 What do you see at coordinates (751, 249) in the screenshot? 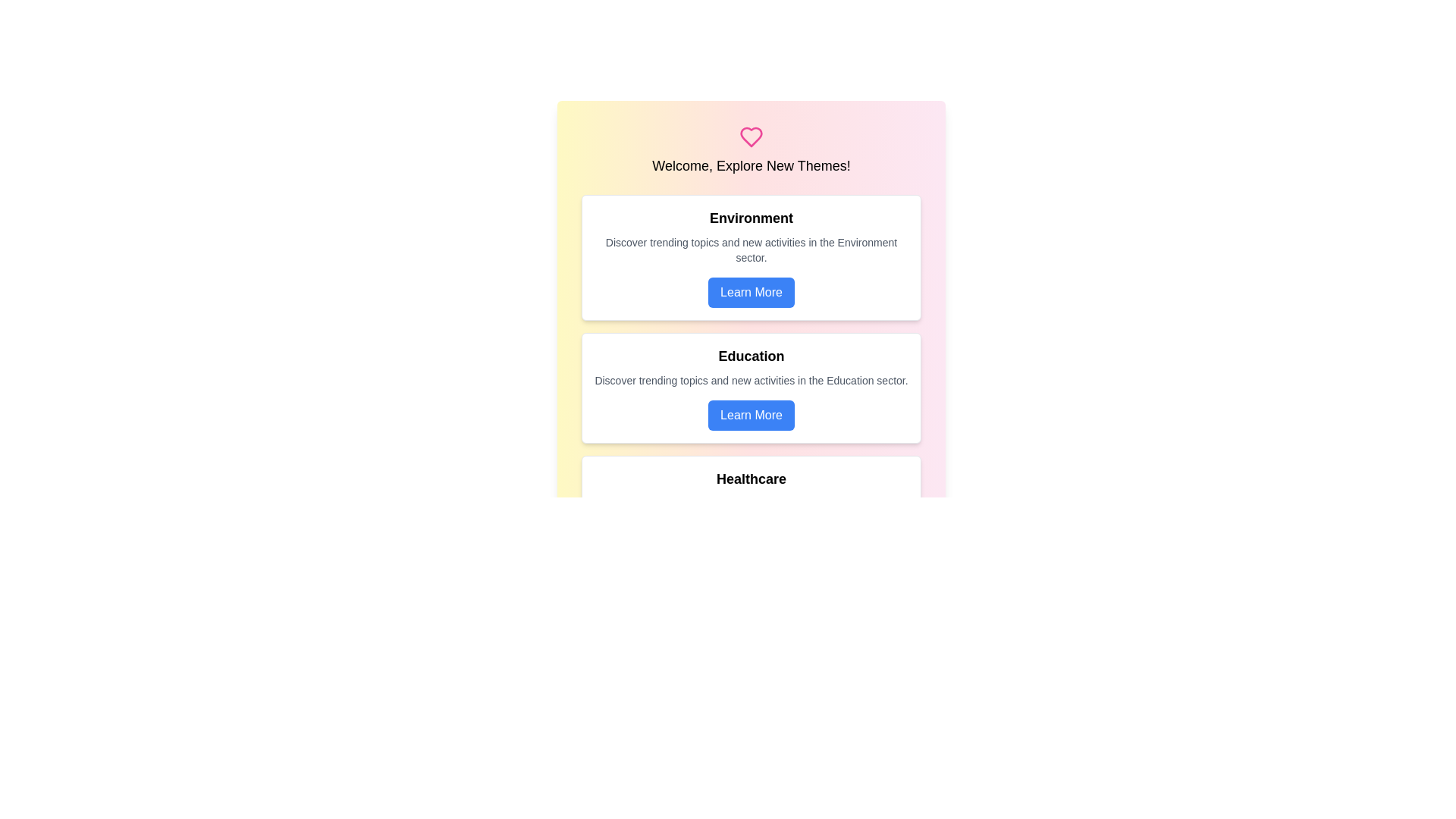
I see `informative text that conveys the message 'Discover trending topics and new activities in the Environment sector.' It is styled with a smaller font size and gray text color, located below the heading 'Environment' and above the 'Learn More' button` at bounding box center [751, 249].